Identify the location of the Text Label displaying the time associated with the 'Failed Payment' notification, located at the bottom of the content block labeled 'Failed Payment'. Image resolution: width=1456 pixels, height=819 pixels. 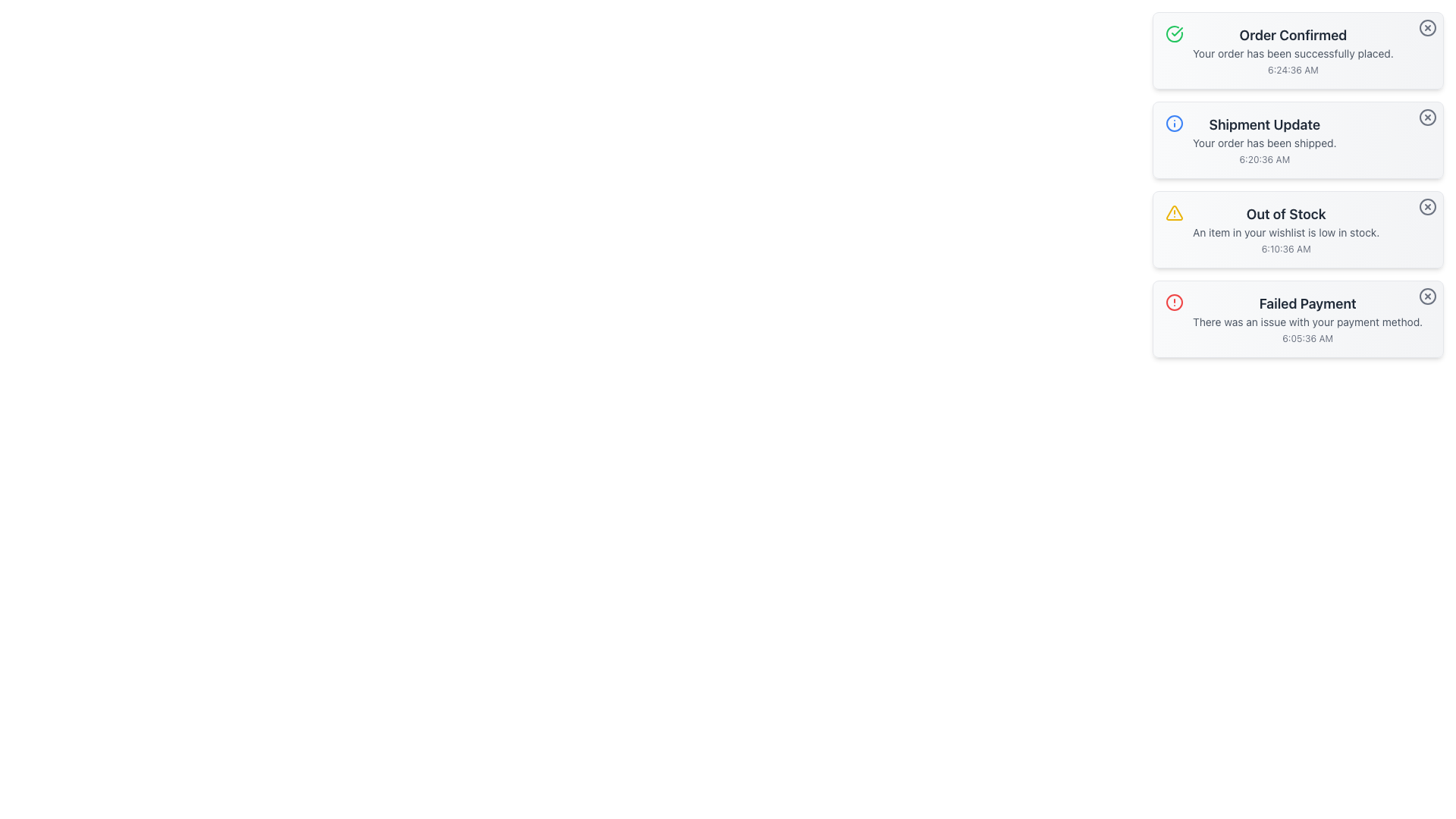
(1307, 338).